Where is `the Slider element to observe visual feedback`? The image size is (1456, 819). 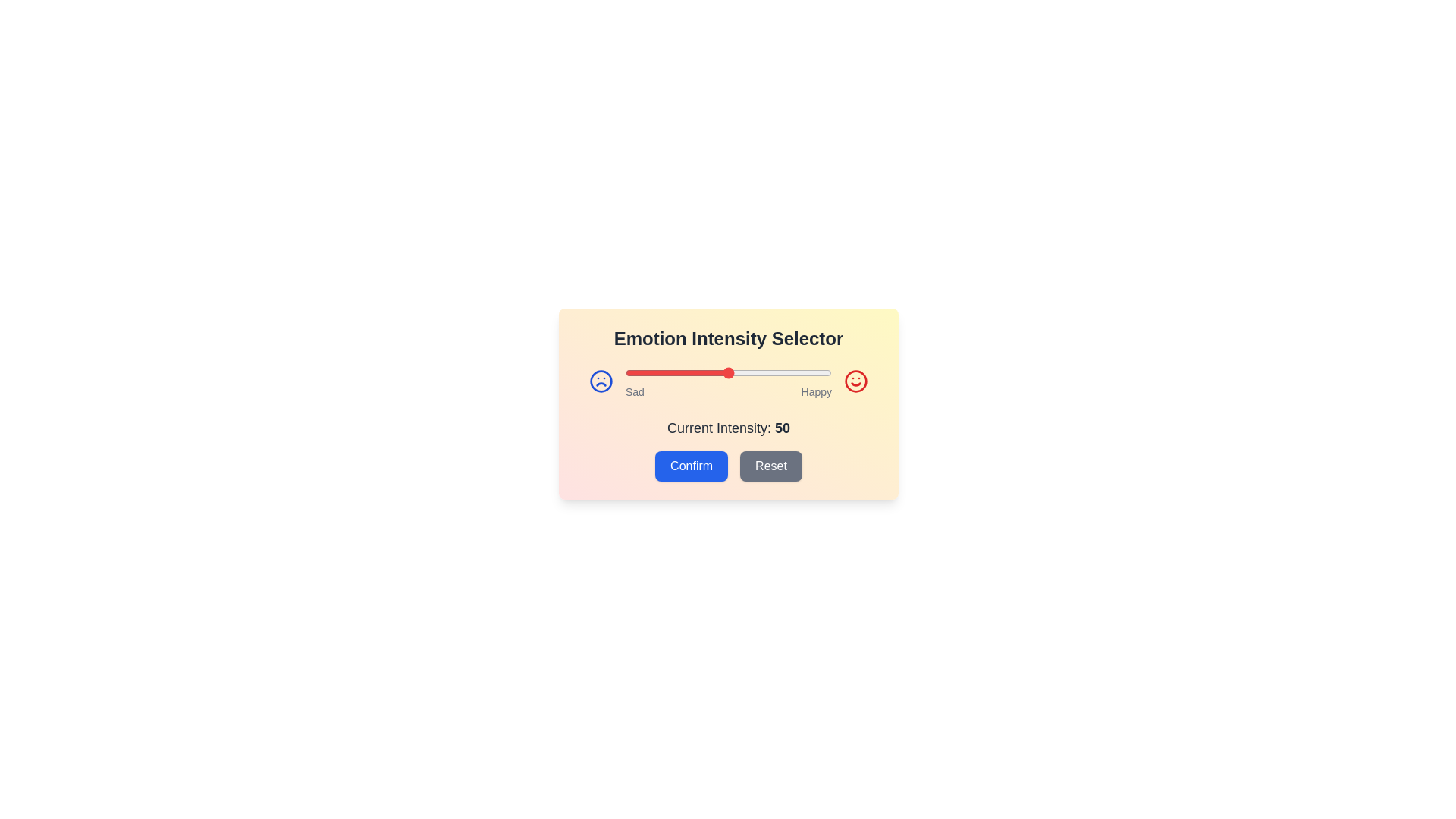 the Slider element to observe visual feedback is located at coordinates (728, 373).